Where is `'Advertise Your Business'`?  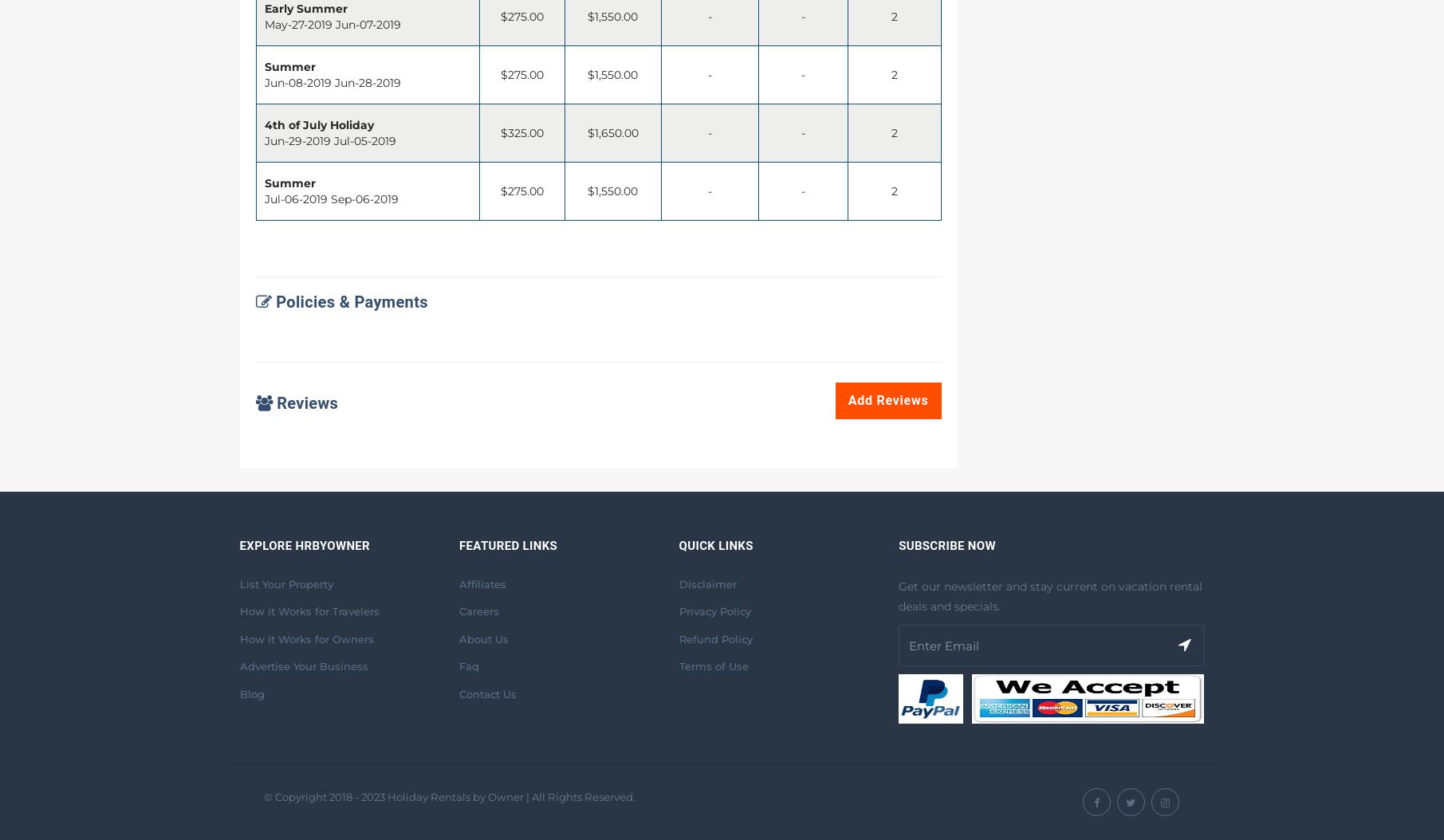
'Advertise Your Business' is located at coordinates (302, 665).